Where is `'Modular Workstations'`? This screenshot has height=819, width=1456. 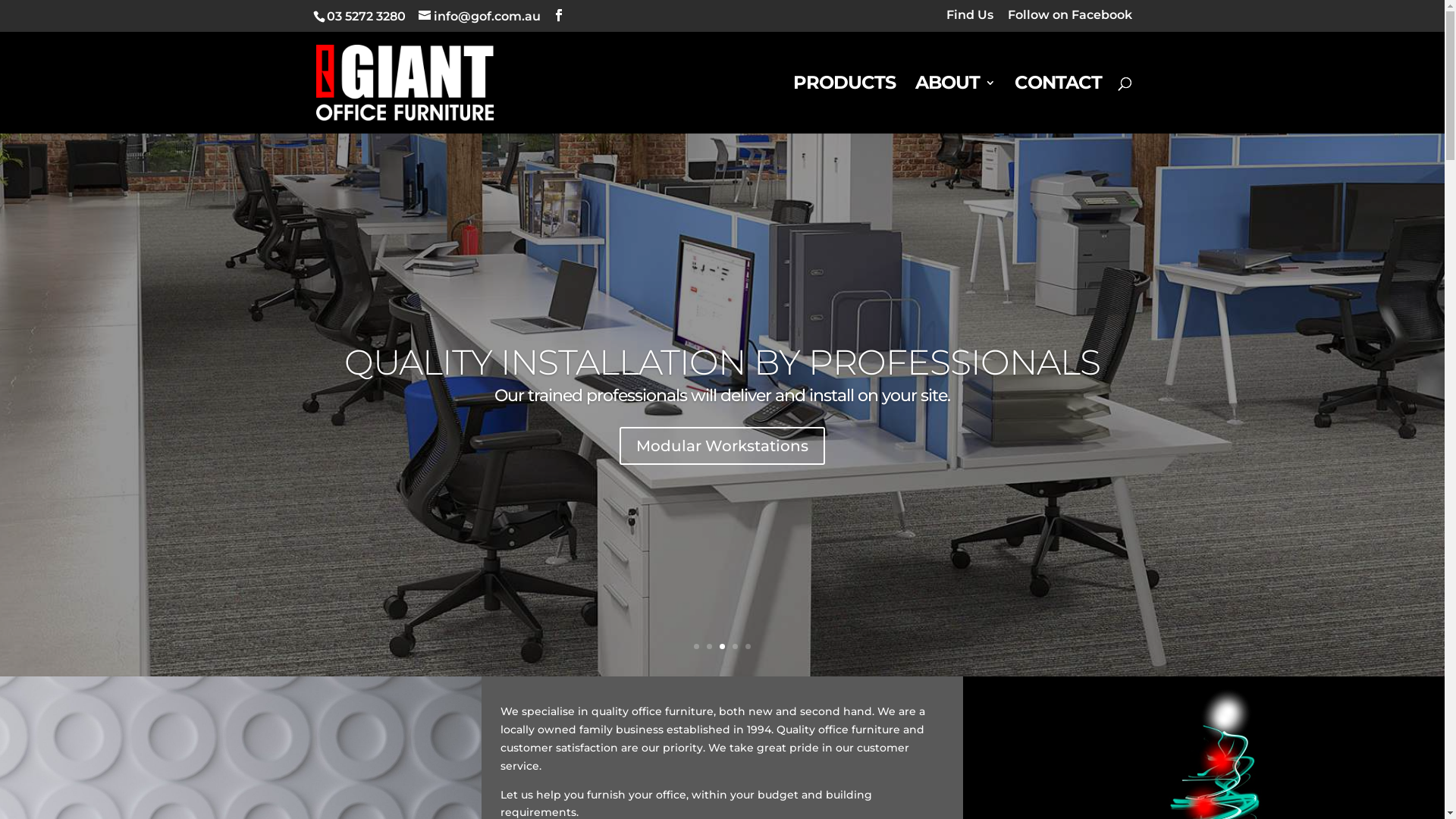 'Modular Workstations' is located at coordinates (721, 444).